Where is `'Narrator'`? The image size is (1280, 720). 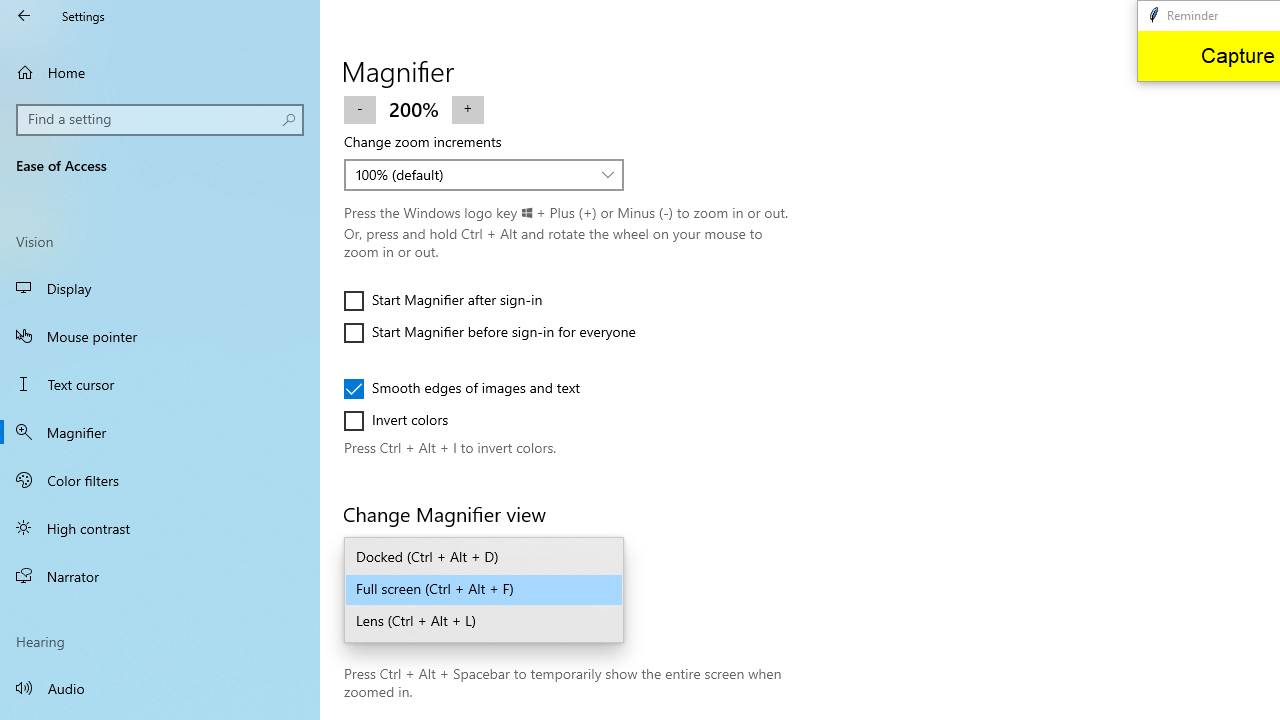
'Narrator' is located at coordinates (160, 576).